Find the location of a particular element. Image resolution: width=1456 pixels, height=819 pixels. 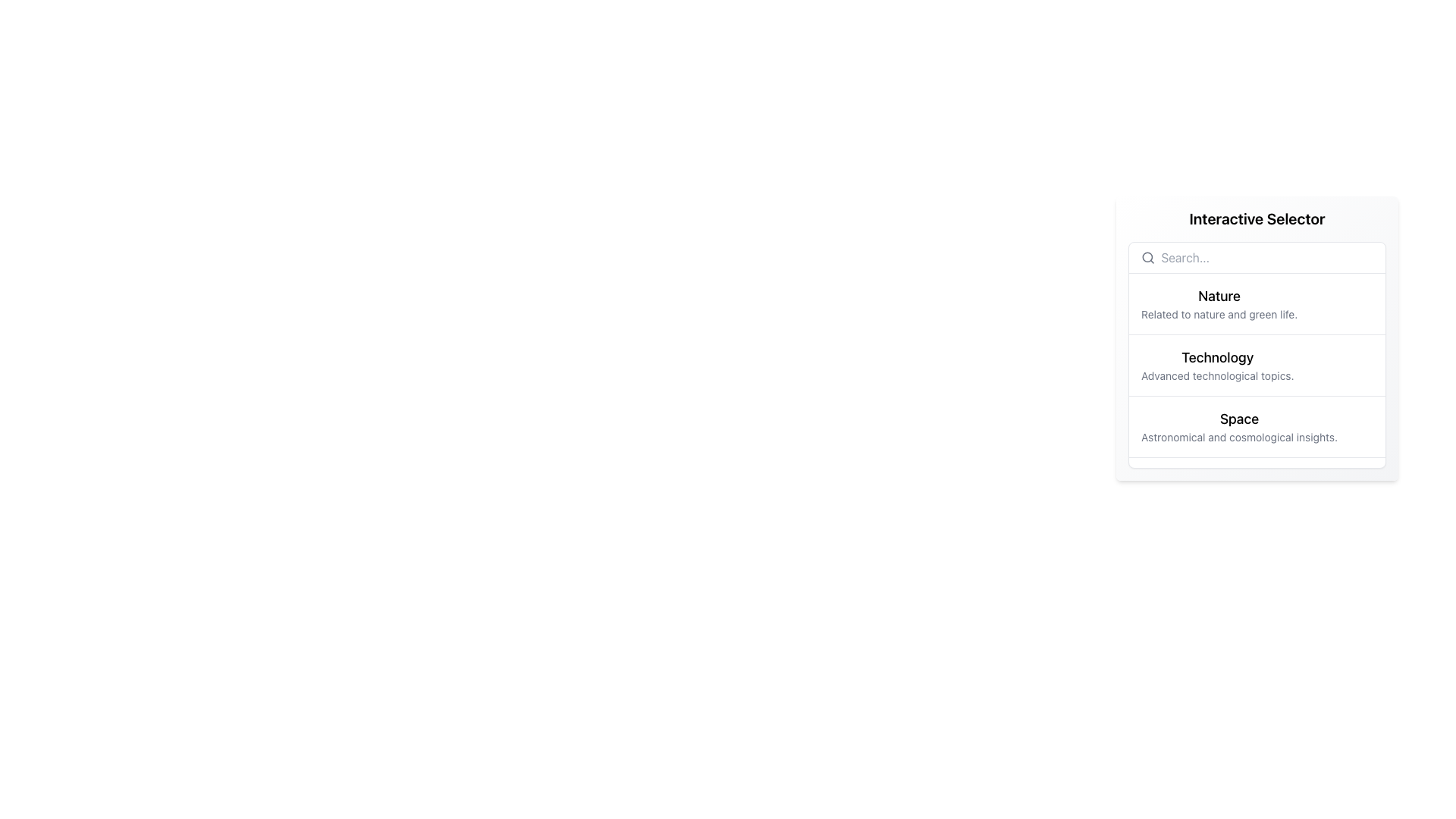

the second list item titled 'Technology' which contains the subtext 'Advanced technological topics.' is located at coordinates (1257, 366).